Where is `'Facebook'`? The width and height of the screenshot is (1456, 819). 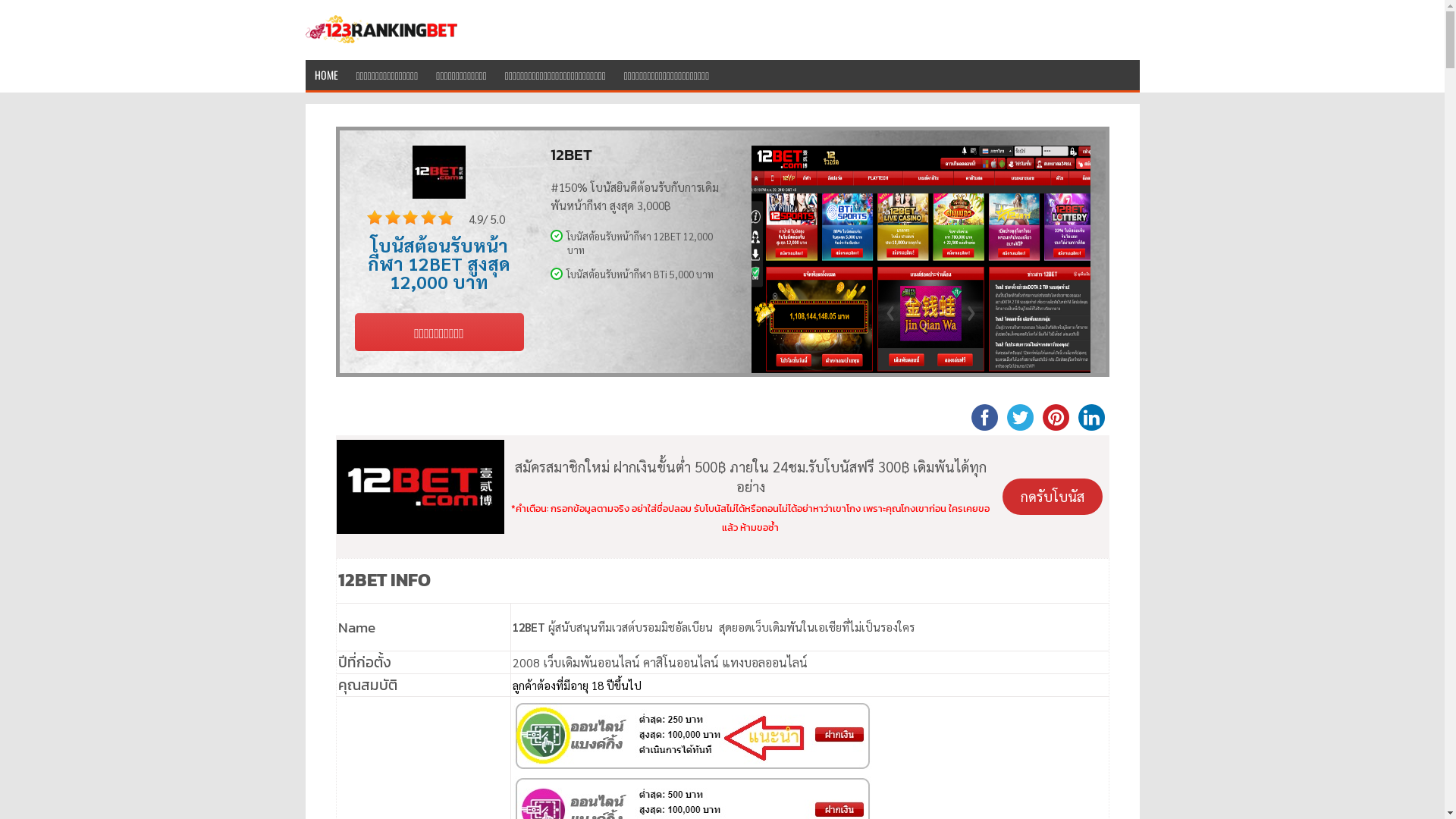
'Facebook' is located at coordinates (984, 416).